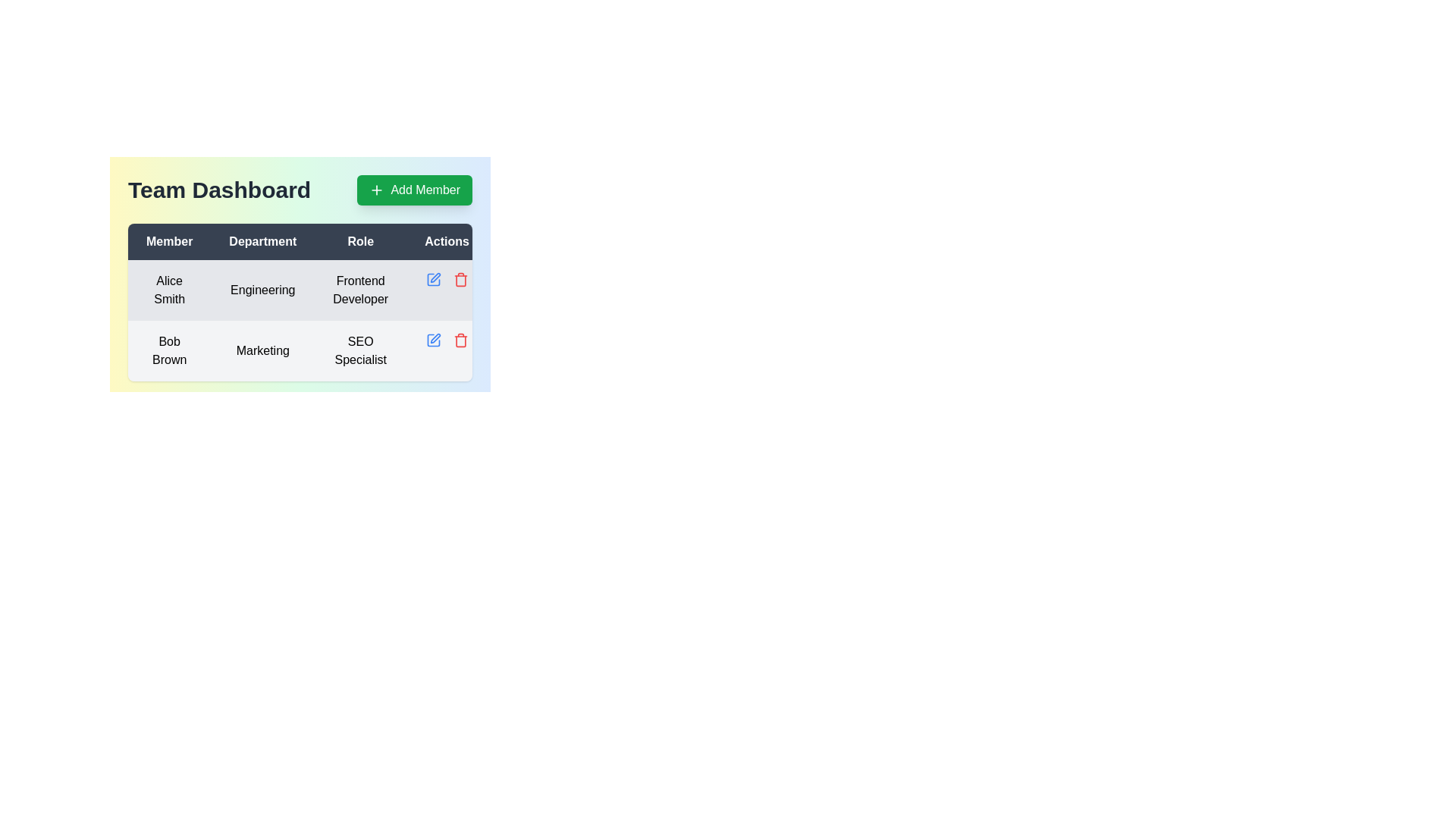 Image resolution: width=1456 pixels, height=819 pixels. What do you see at coordinates (435, 337) in the screenshot?
I see `the edit icon button in the second row of the 'Actions' column in the team member management table` at bounding box center [435, 337].